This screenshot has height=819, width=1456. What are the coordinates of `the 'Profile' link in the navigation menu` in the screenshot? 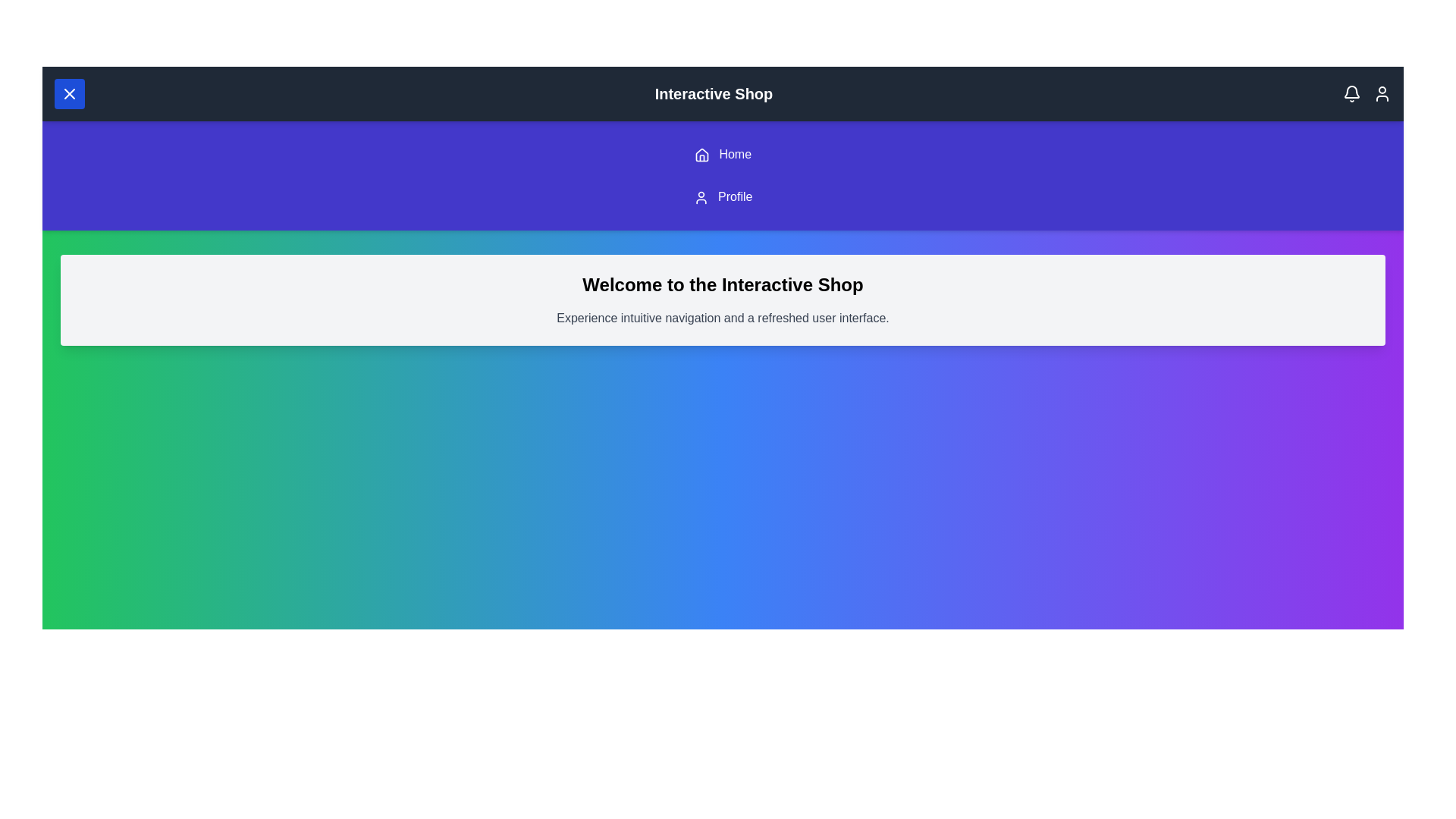 It's located at (700, 196).